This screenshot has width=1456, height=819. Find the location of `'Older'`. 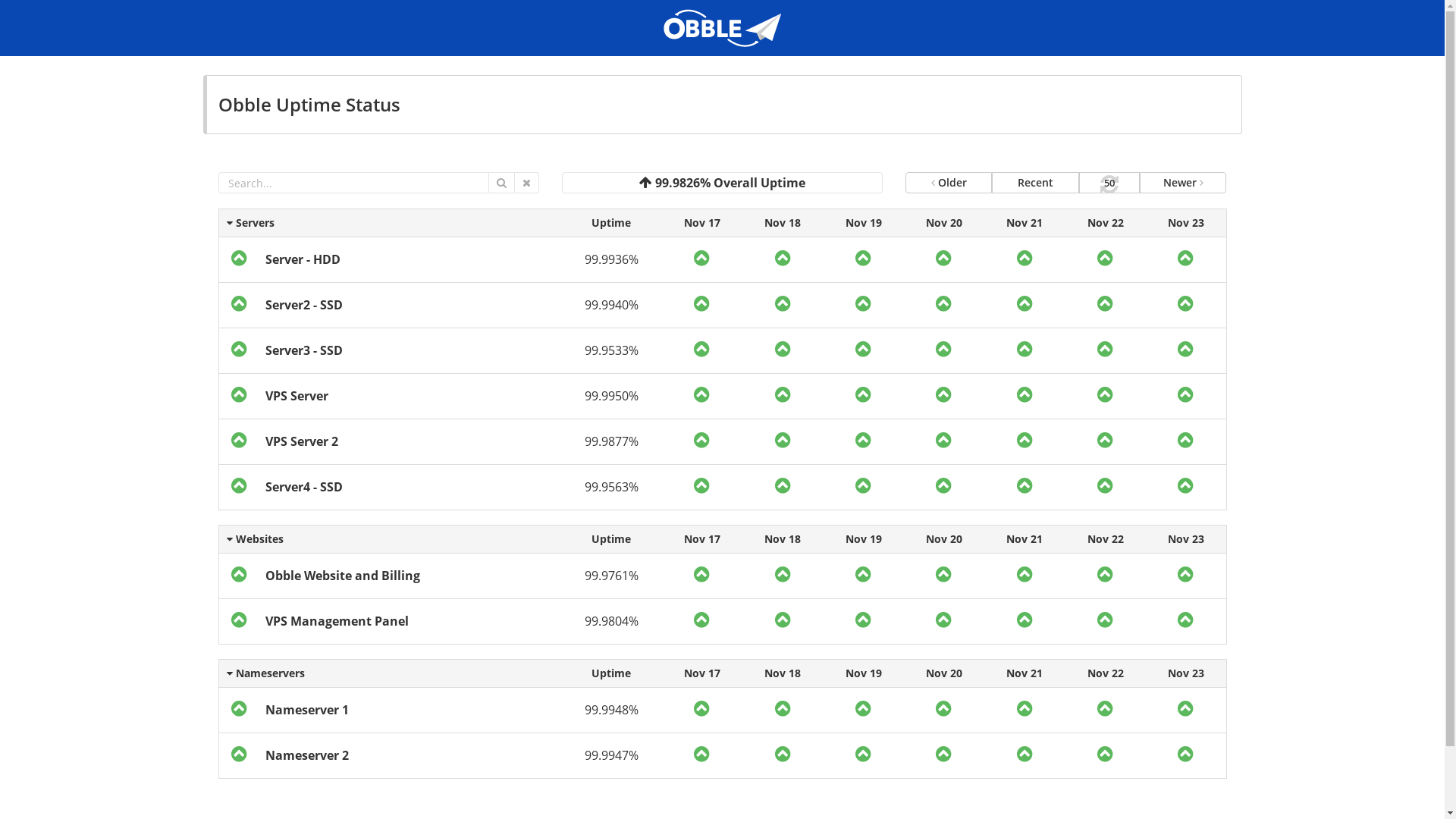

'Older' is located at coordinates (905, 181).